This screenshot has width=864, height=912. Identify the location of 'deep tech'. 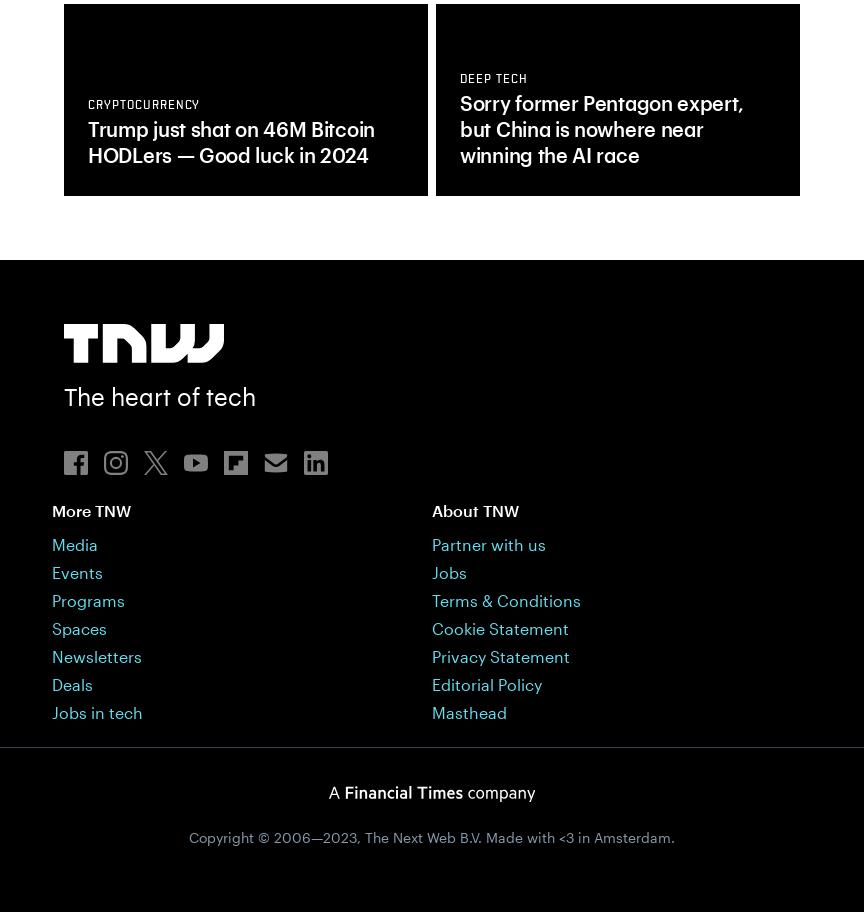
(459, 79).